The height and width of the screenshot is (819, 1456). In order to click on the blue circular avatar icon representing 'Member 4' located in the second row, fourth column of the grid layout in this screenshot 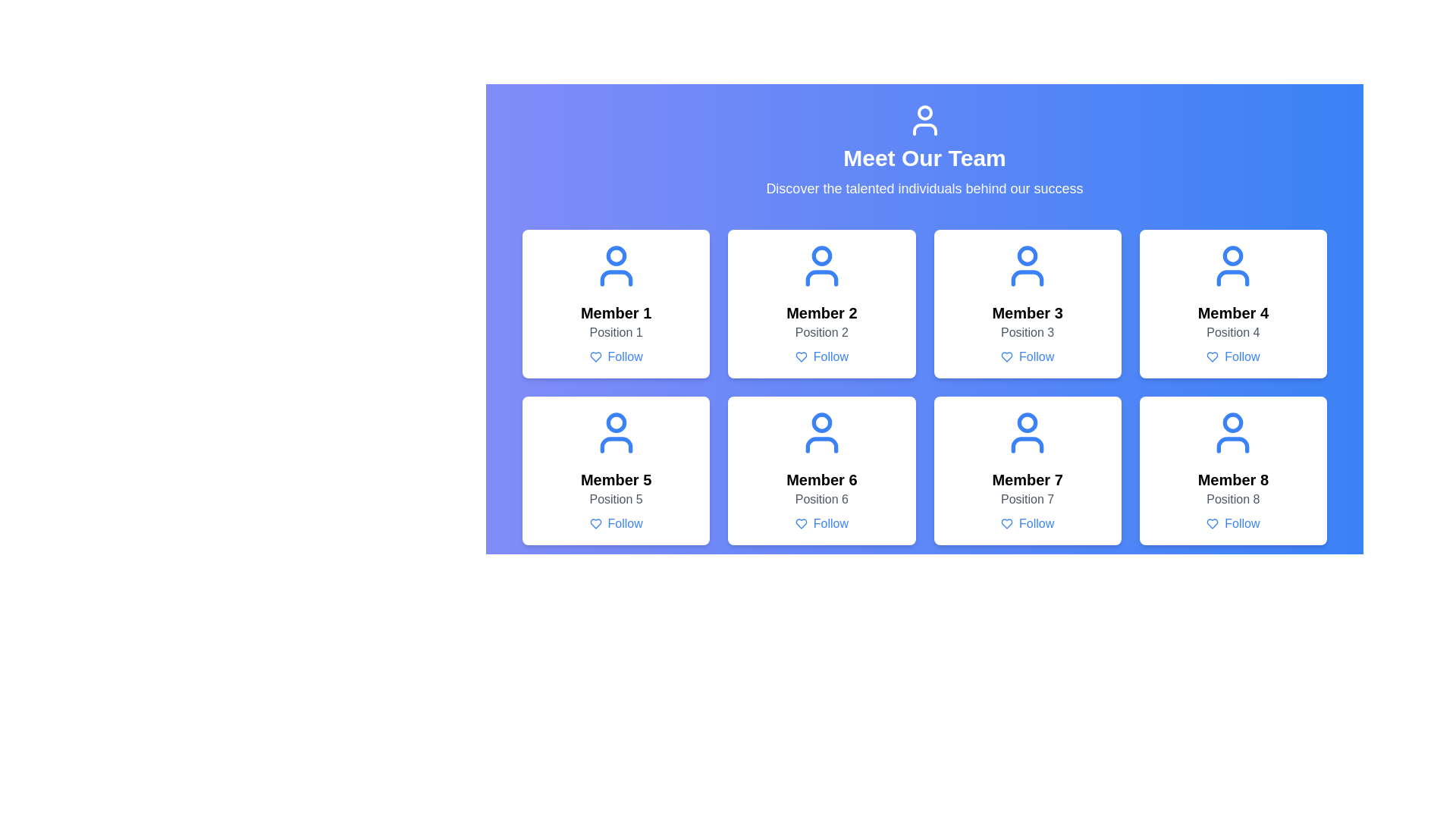, I will do `click(1233, 255)`.